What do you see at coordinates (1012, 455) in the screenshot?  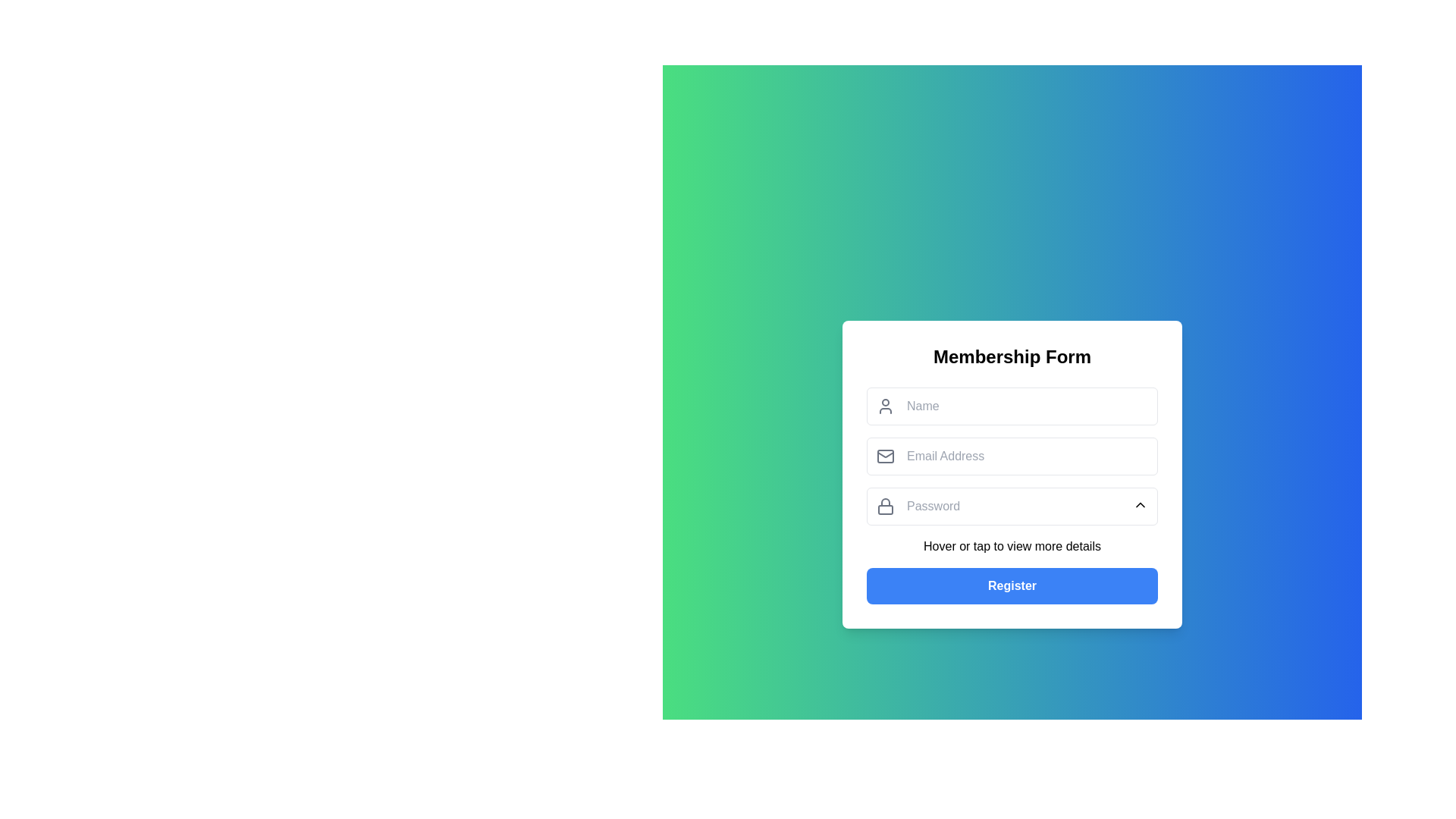 I see `the email input field situated below the name input field in the form` at bounding box center [1012, 455].